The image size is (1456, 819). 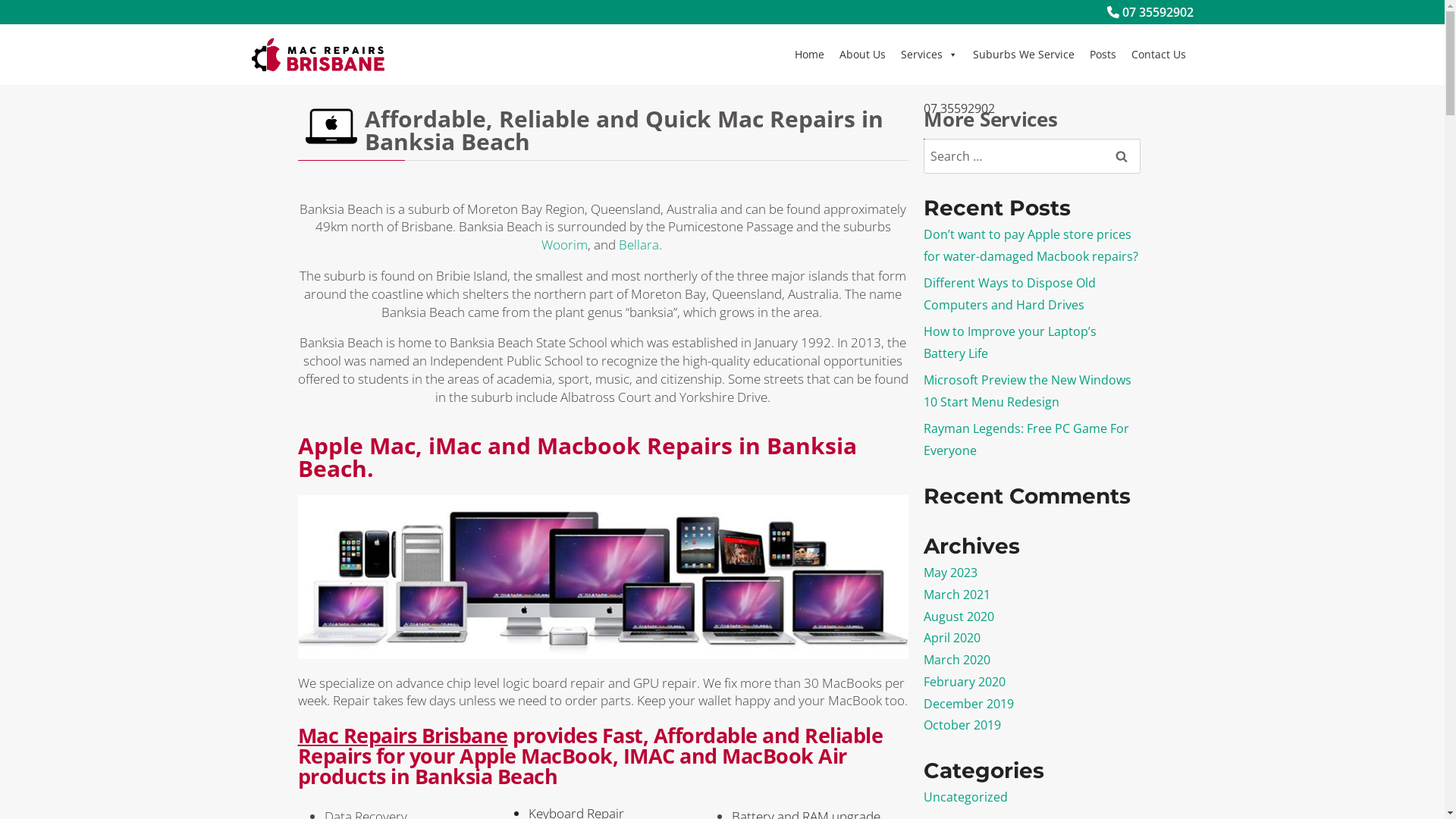 I want to click on 'March 2020', so click(x=956, y=659).